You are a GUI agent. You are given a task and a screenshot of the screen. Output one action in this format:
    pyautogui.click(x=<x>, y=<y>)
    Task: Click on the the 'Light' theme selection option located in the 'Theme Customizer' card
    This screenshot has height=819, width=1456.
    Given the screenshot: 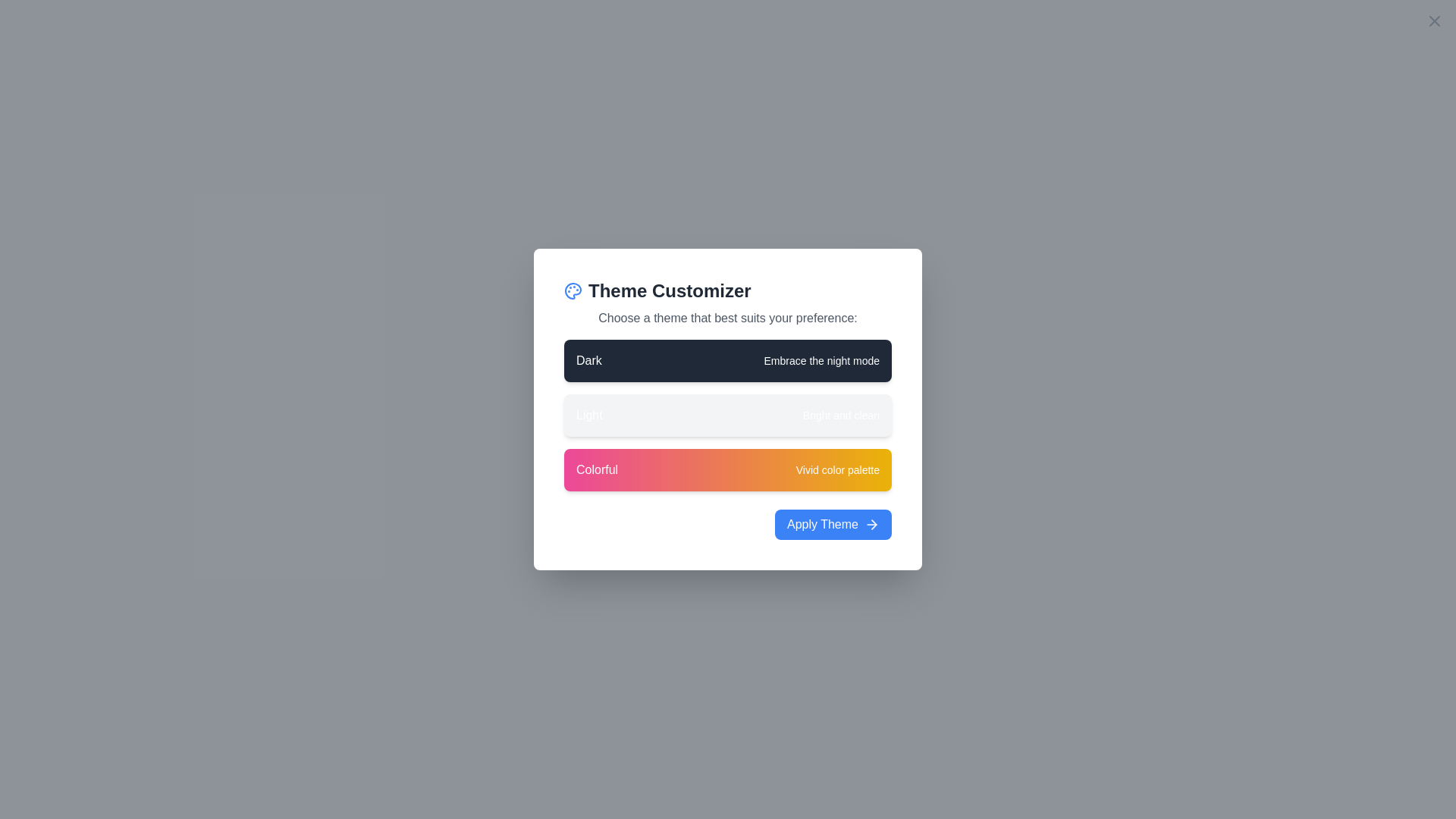 What is the action you would take?
    pyautogui.click(x=728, y=415)
    